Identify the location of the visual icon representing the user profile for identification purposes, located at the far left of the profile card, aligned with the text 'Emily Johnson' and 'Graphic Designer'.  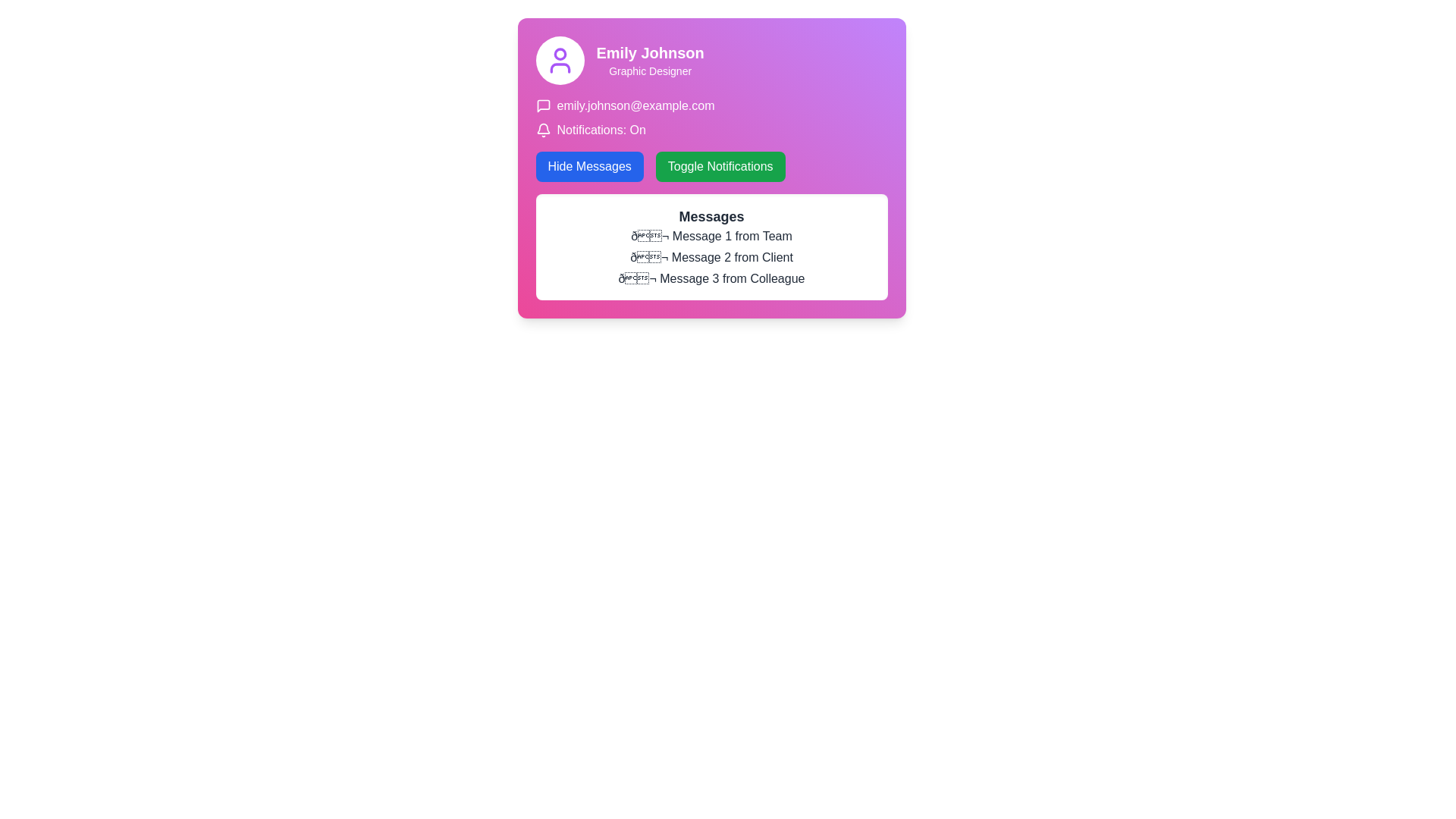
(559, 60).